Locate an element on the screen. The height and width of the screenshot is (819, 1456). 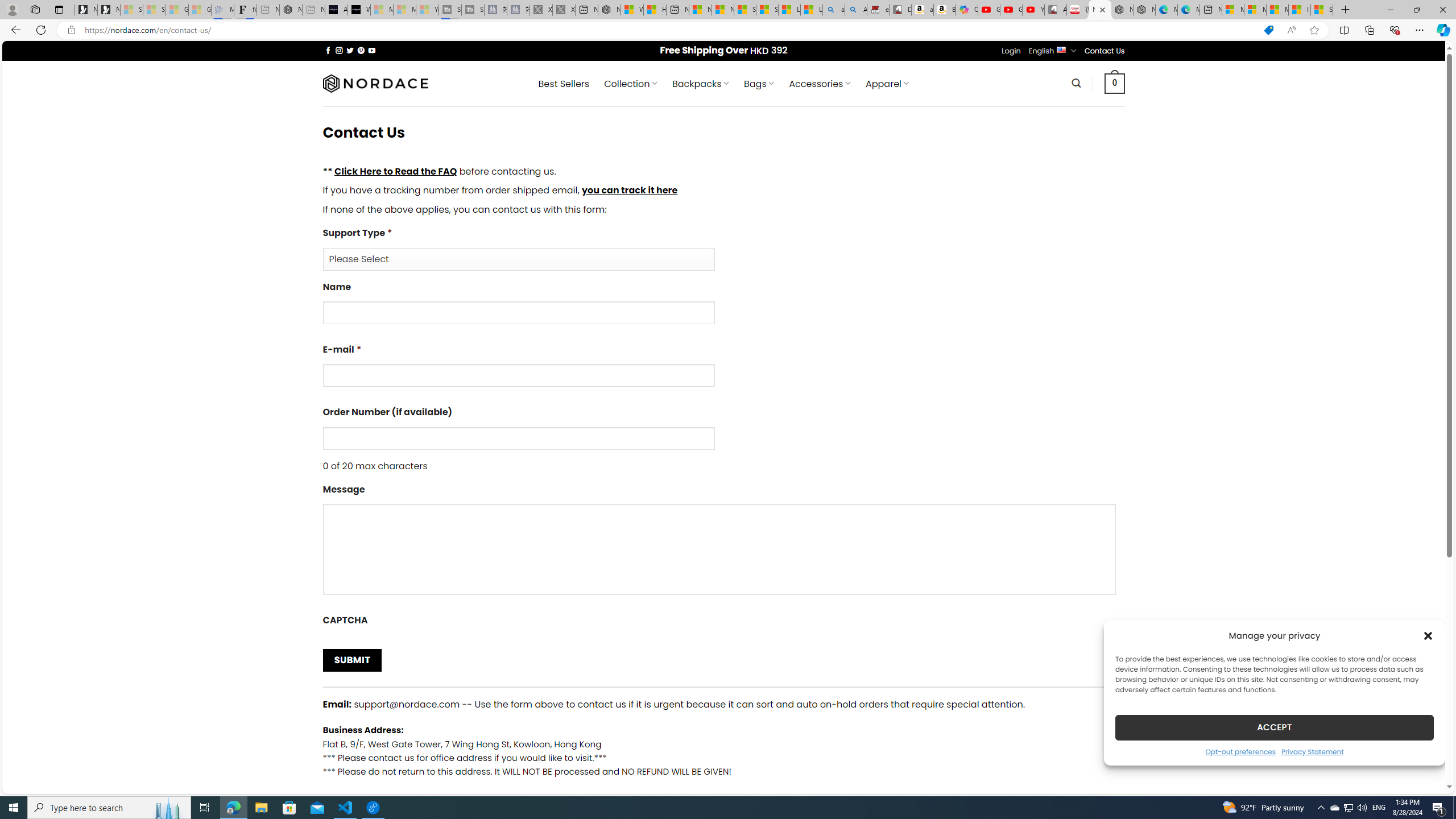
'Message' is located at coordinates (723, 543).